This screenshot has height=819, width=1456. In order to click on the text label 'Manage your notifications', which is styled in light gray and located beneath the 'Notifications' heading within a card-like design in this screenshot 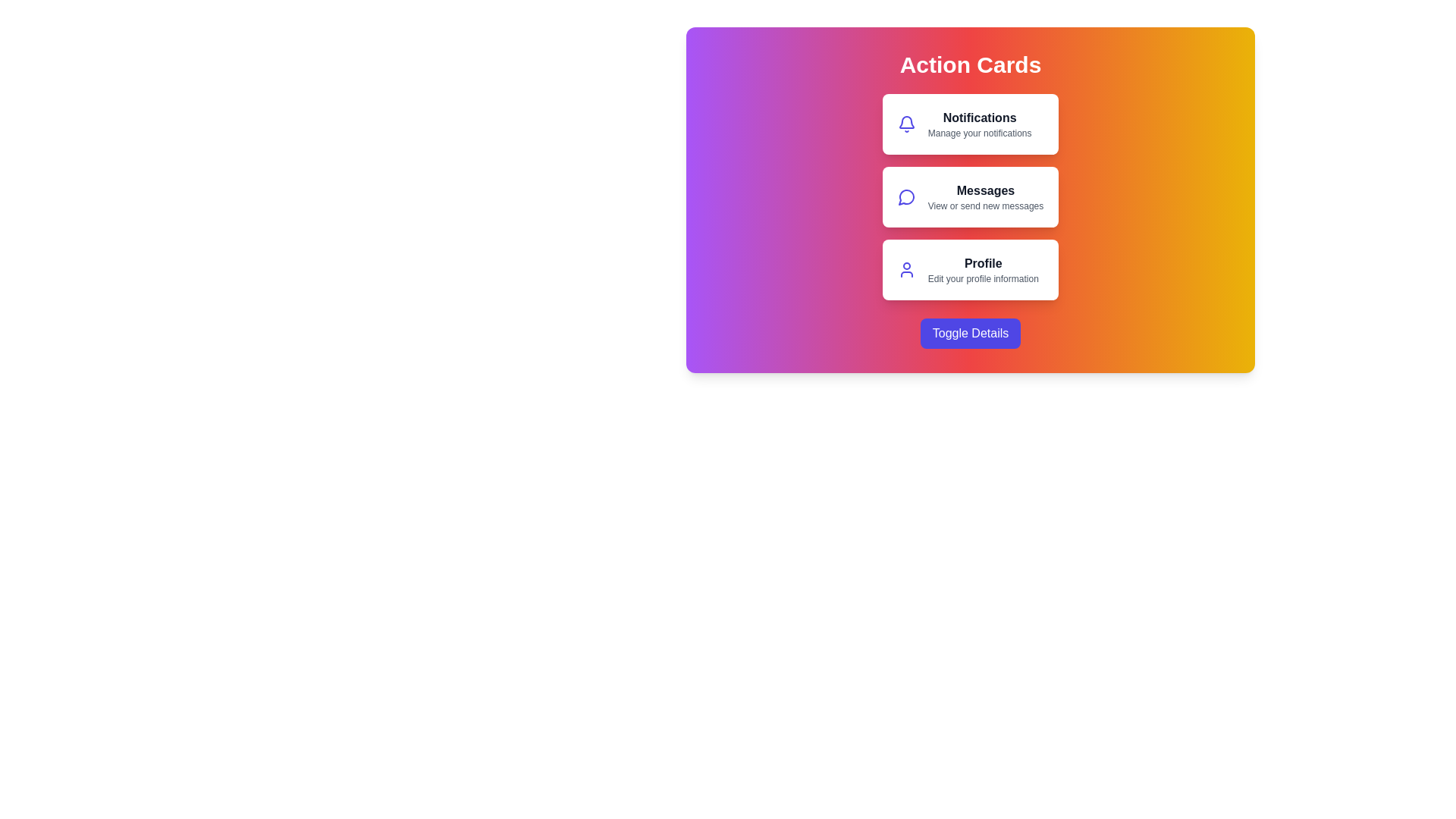, I will do `click(980, 133)`.